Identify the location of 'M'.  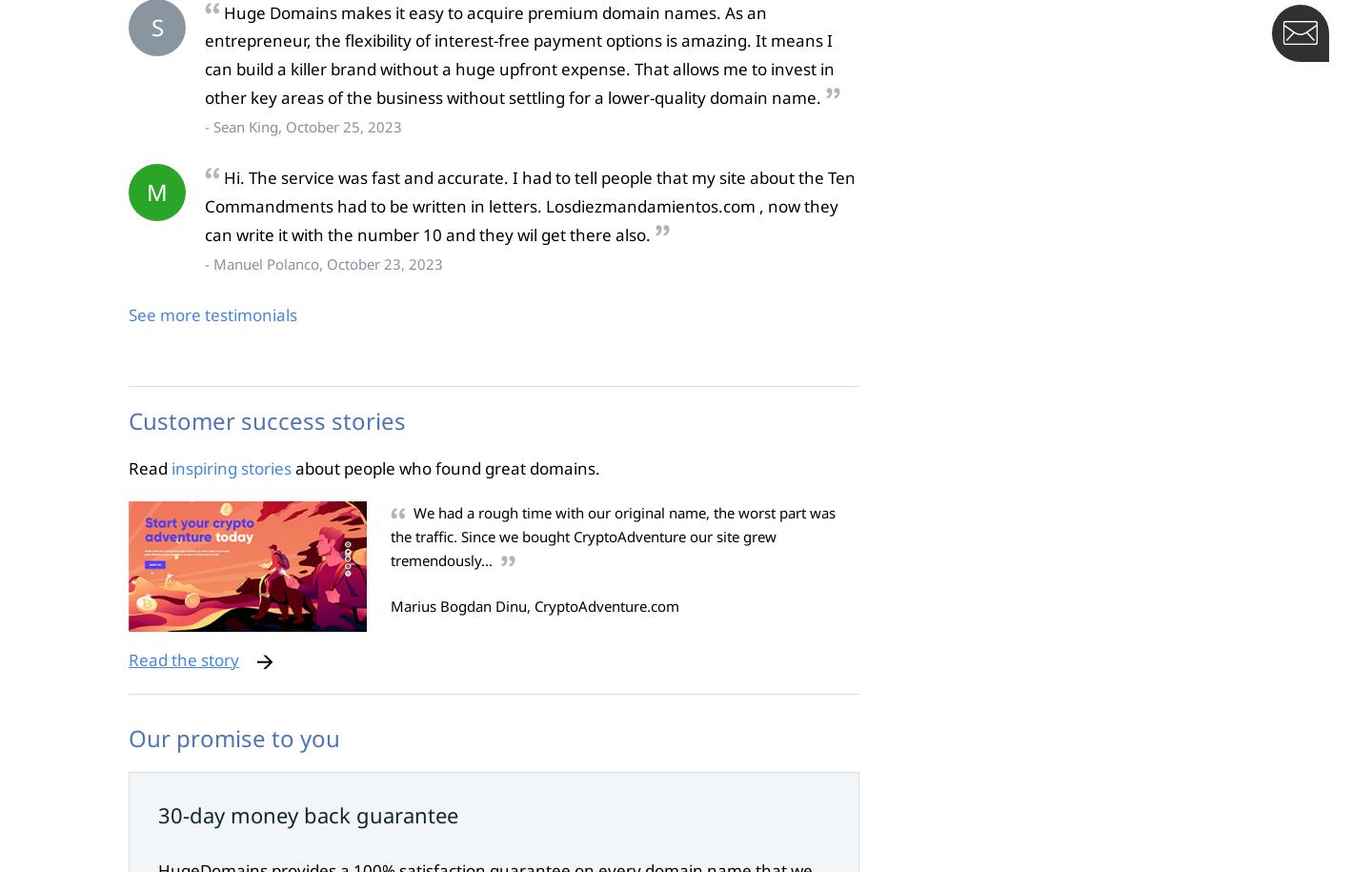
(156, 191).